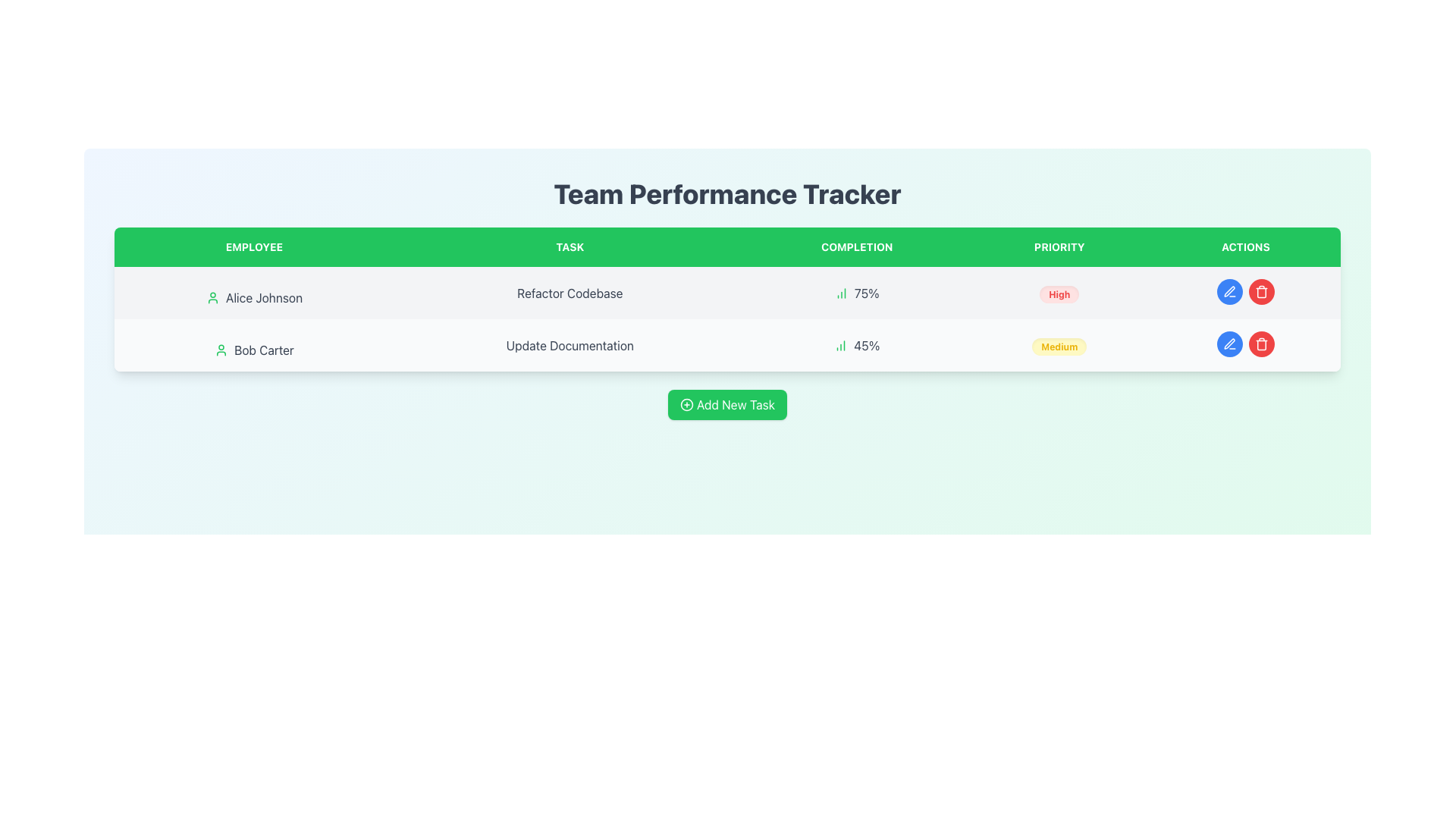 Image resolution: width=1456 pixels, height=819 pixels. What do you see at coordinates (254, 246) in the screenshot?
I see `text from the header cell labeled 'Employee', which is the first cell in the top-left corner of the header row in a table layout` at bounding box center [254, 246].